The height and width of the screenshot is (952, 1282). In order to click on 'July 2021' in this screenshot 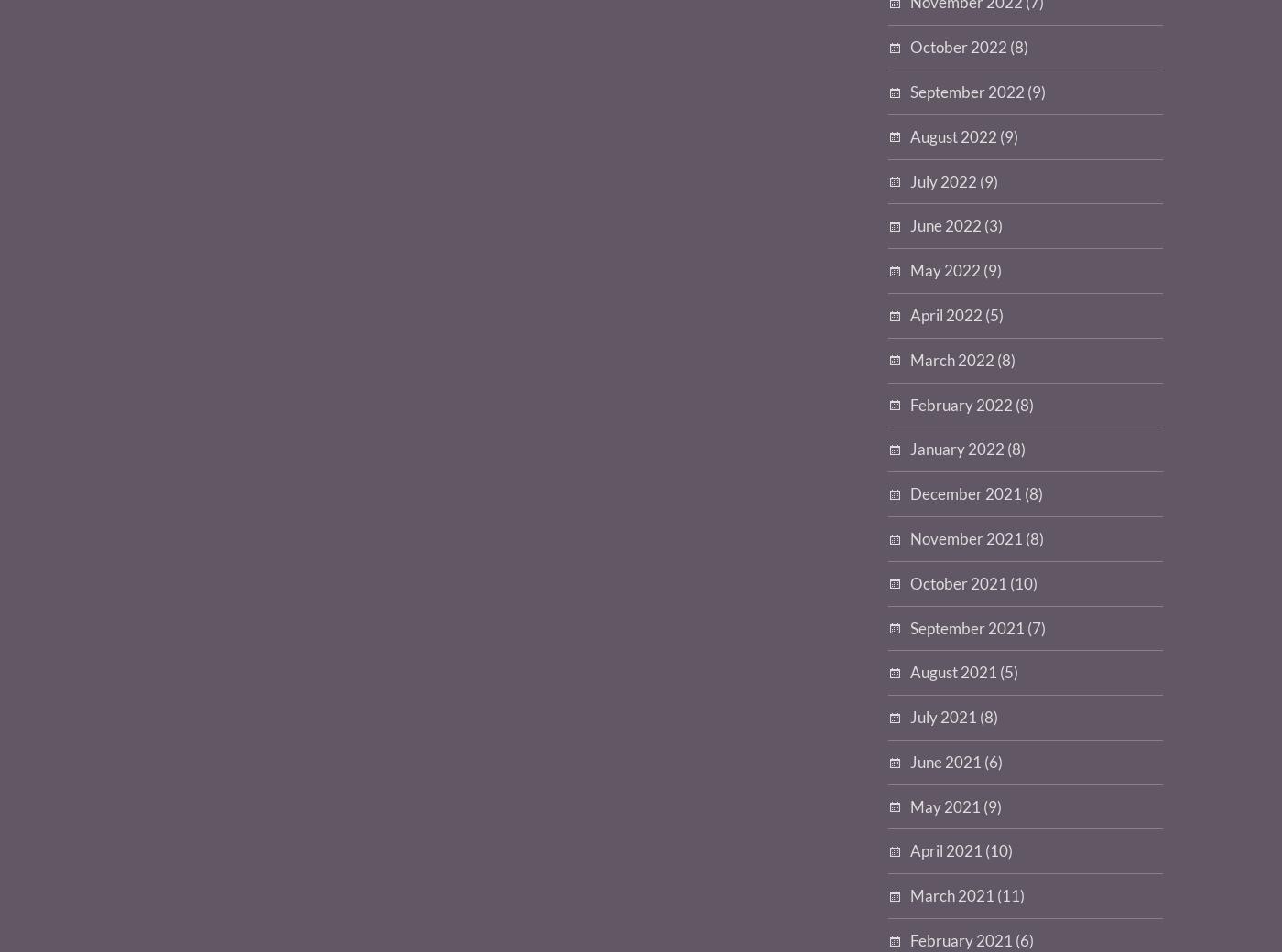, I will do `click(943, 716)`.